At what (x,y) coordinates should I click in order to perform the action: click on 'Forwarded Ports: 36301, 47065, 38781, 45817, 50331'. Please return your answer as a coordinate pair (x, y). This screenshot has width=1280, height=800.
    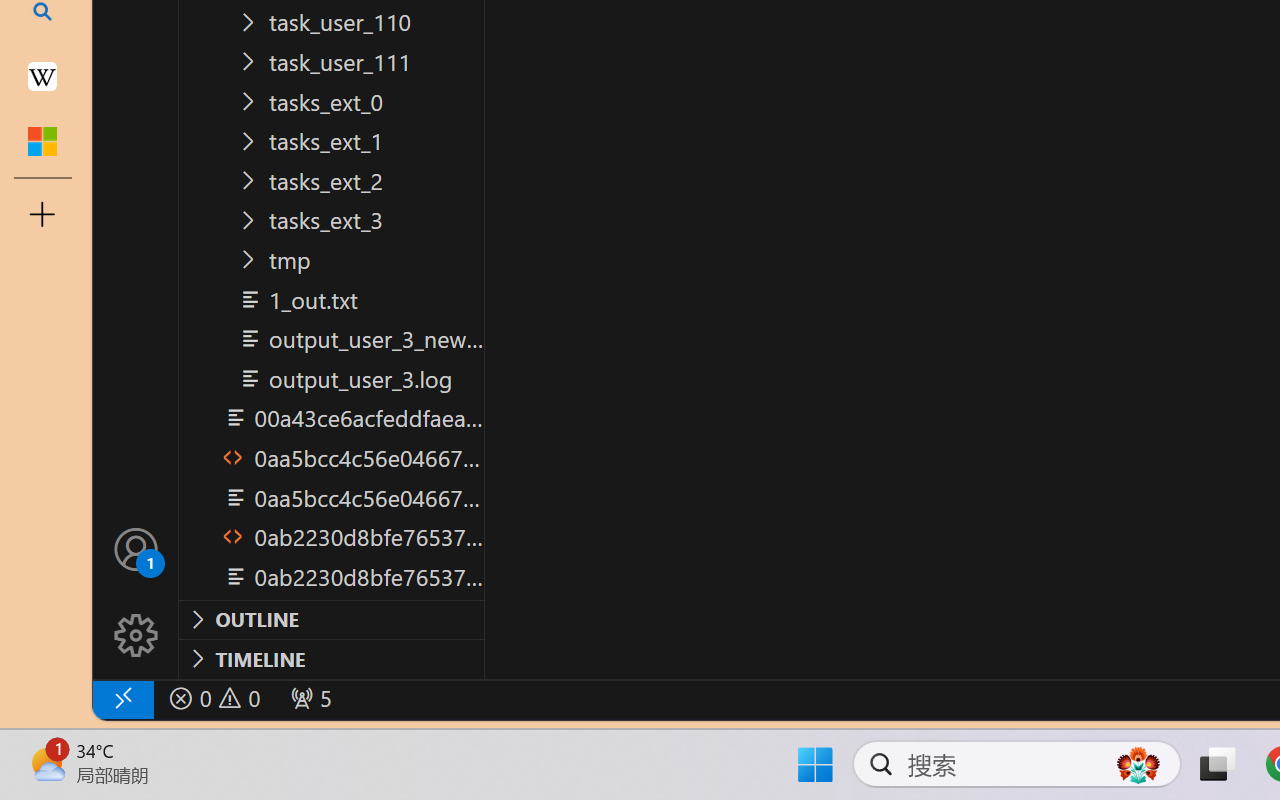
    Looking at the image, I should click on (308, 698).